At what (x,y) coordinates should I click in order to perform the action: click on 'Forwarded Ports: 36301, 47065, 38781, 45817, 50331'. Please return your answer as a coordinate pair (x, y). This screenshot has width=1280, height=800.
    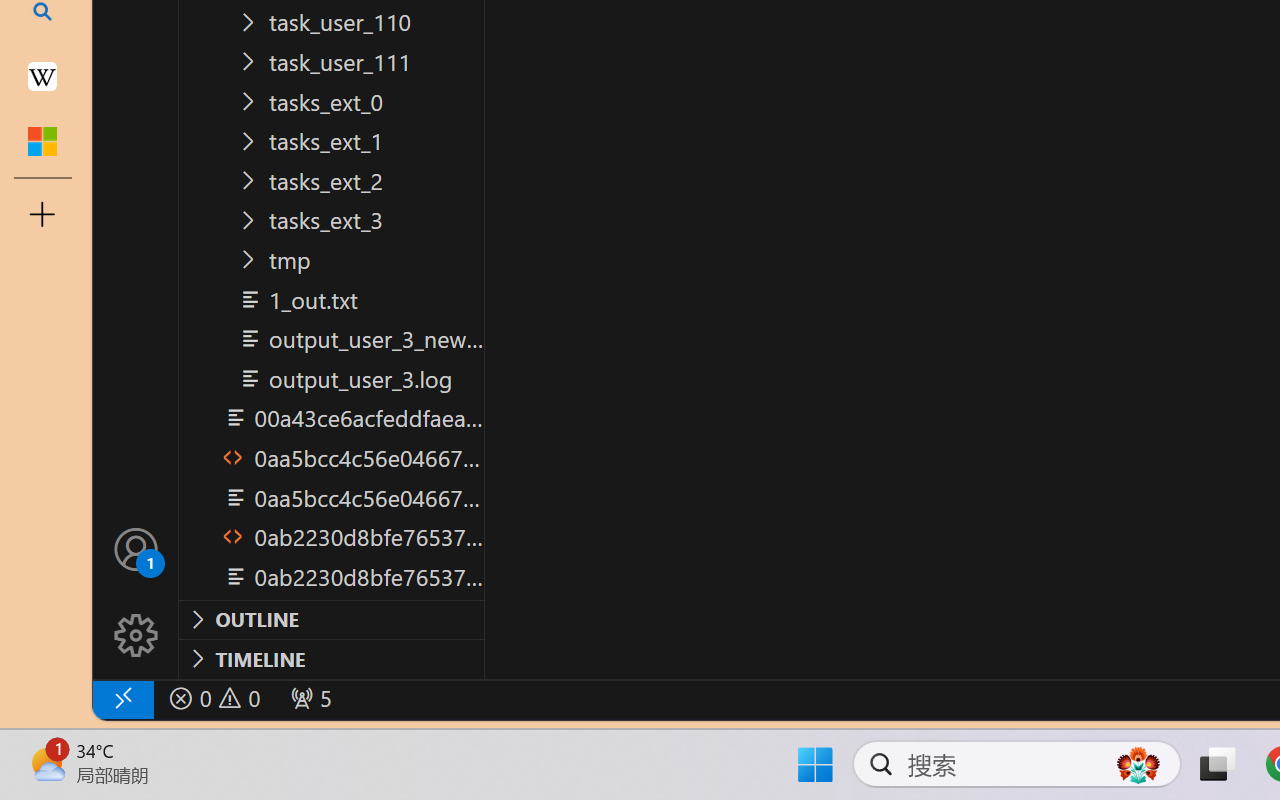
    Looking at the image, I should click on (308, 698).